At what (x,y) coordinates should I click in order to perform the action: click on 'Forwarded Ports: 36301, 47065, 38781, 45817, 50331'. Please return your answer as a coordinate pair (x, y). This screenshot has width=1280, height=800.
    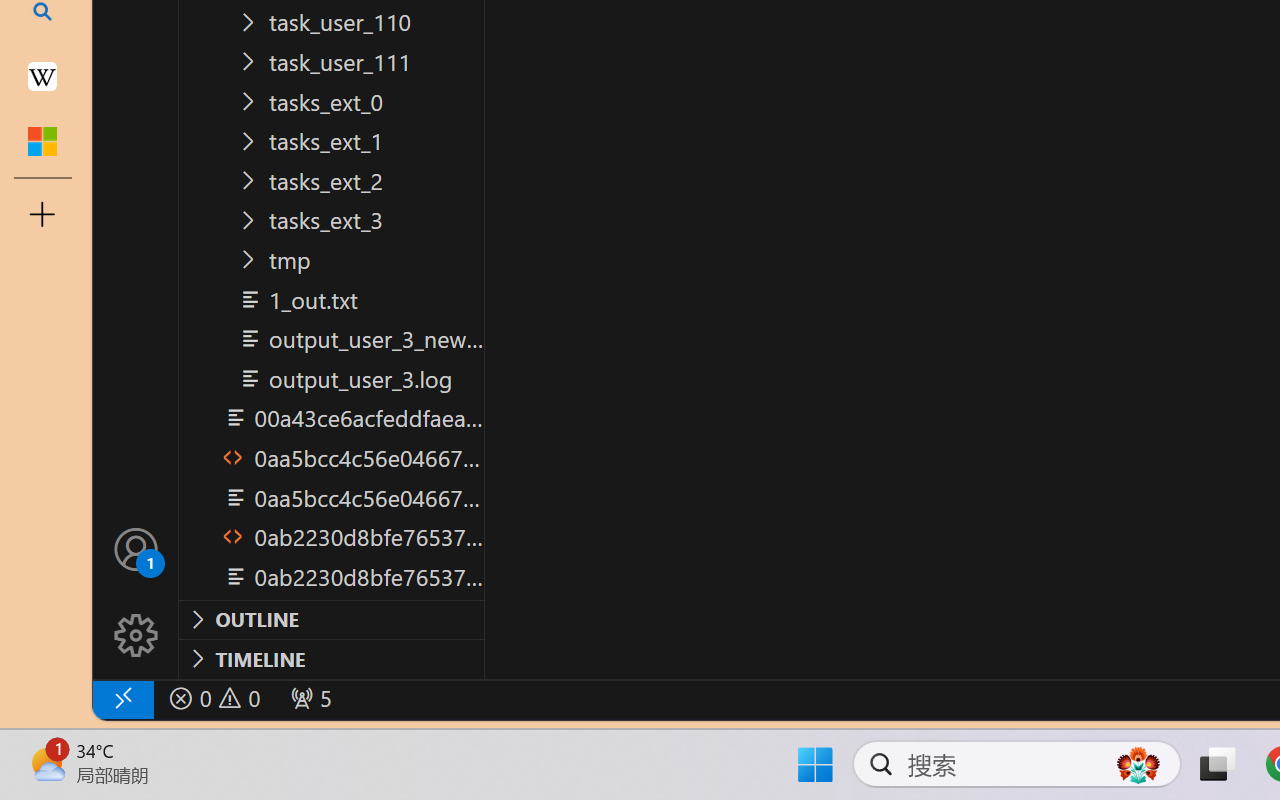
    Looking at the image, I should click on (308, 698).